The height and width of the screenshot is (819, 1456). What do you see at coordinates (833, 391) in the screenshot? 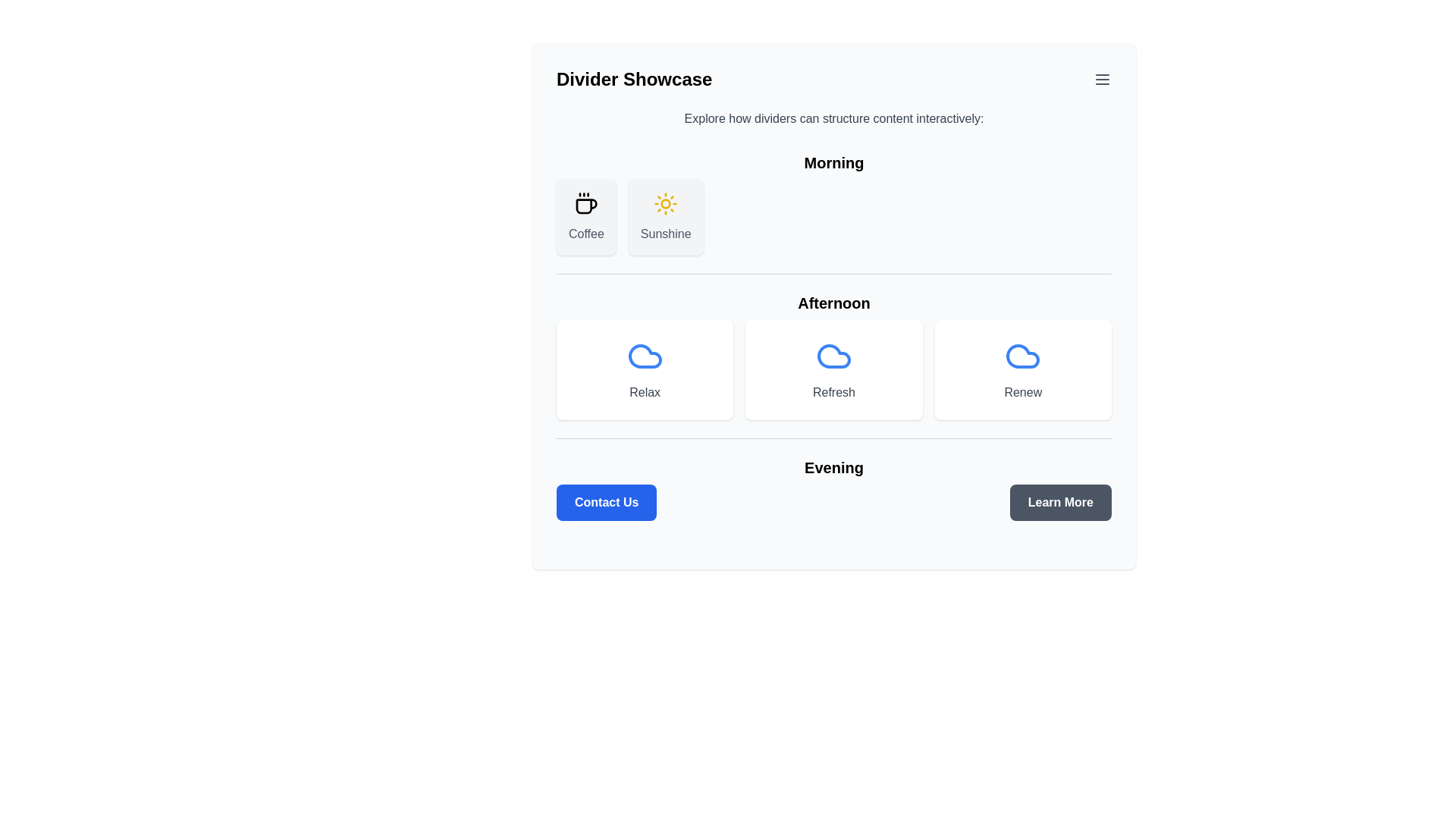
I see `the 'Refresh' text label, which is styled with light gray color and is centrally aligned below the middle icon in the 'Afternoon' section` at bounding box center [833, 391].